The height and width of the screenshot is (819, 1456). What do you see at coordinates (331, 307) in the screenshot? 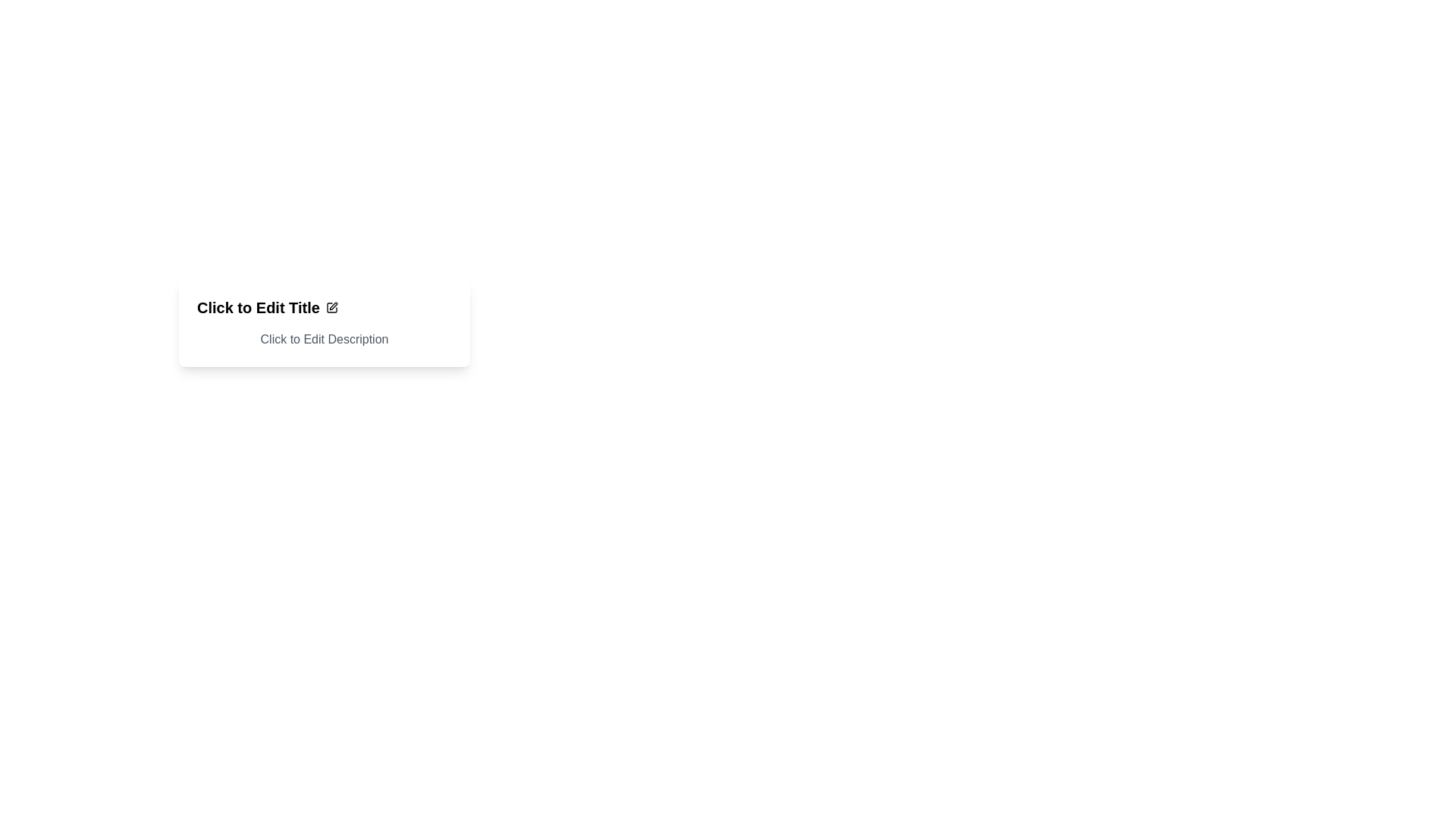
I see `the edit icon located immediately to the right of the 'Click to Edit Title' text` at bounding box center [331, 307].